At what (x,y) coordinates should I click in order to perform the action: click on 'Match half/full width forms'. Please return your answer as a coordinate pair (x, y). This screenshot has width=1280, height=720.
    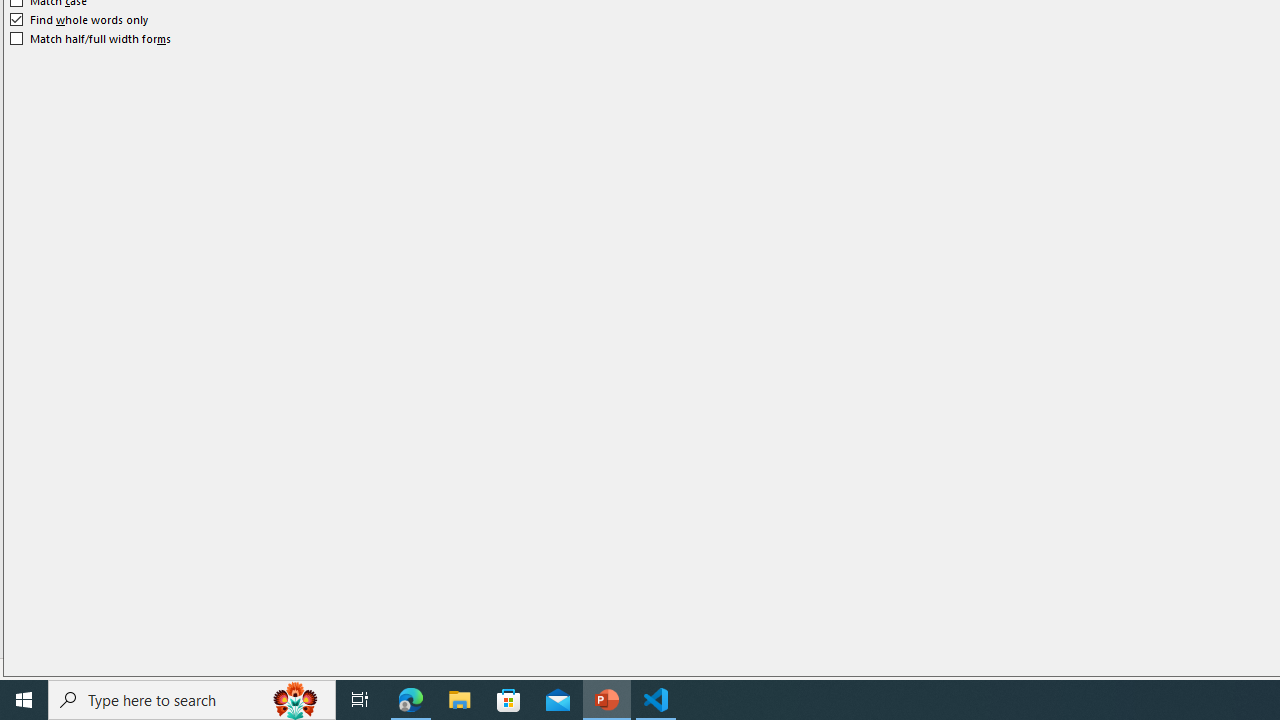
    Looking at the image, I should click on (90, 38).